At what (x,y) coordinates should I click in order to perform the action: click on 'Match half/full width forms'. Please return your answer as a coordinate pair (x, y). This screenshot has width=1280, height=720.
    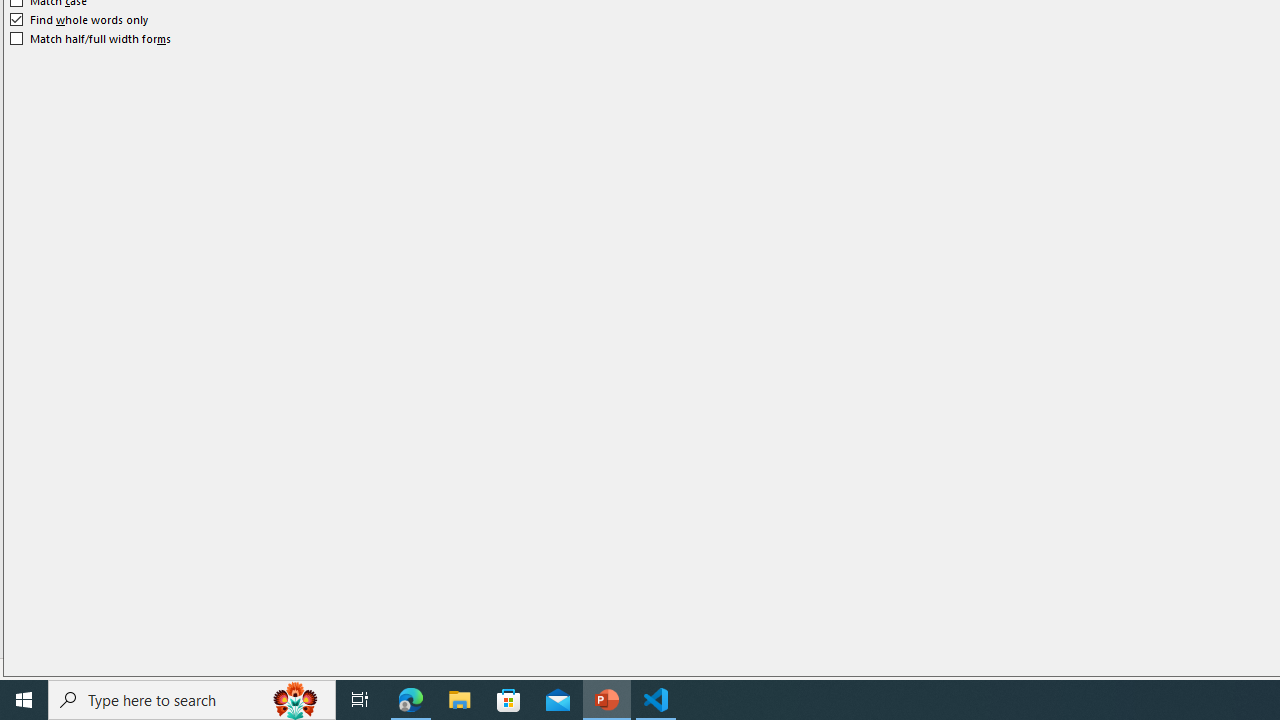
    Looking at the image, I should click on (90, 38).